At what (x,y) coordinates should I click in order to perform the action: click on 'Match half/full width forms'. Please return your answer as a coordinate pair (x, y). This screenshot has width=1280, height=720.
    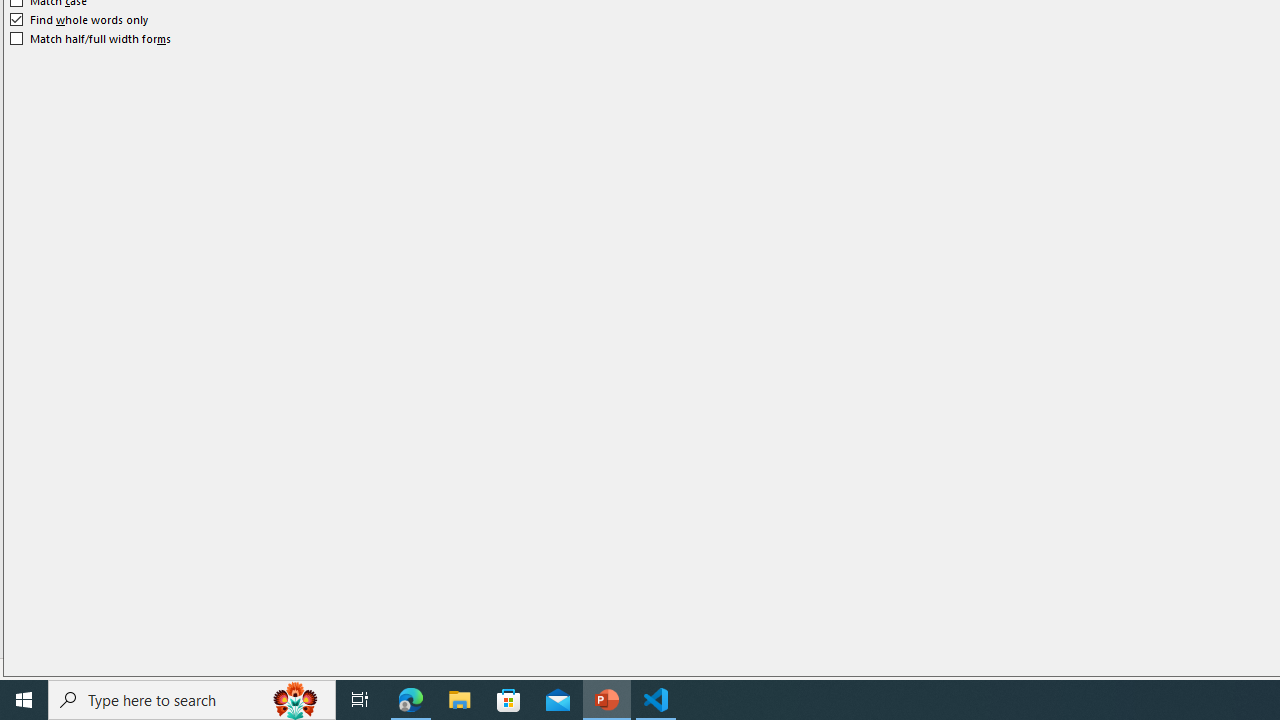
    Looking at the image, I should click on (90, 38).